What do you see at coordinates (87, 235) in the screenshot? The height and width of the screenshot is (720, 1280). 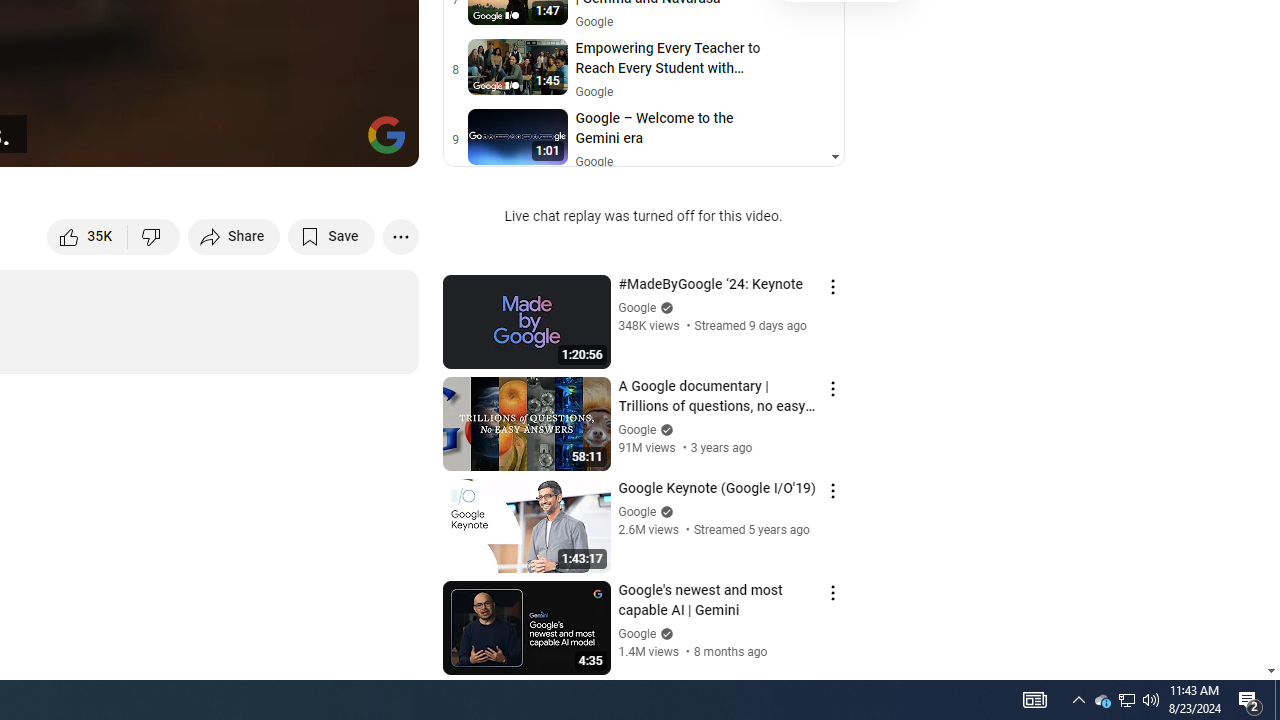 I see `'like this video along with 35,367 other people'` at bounding box center [87, 235].